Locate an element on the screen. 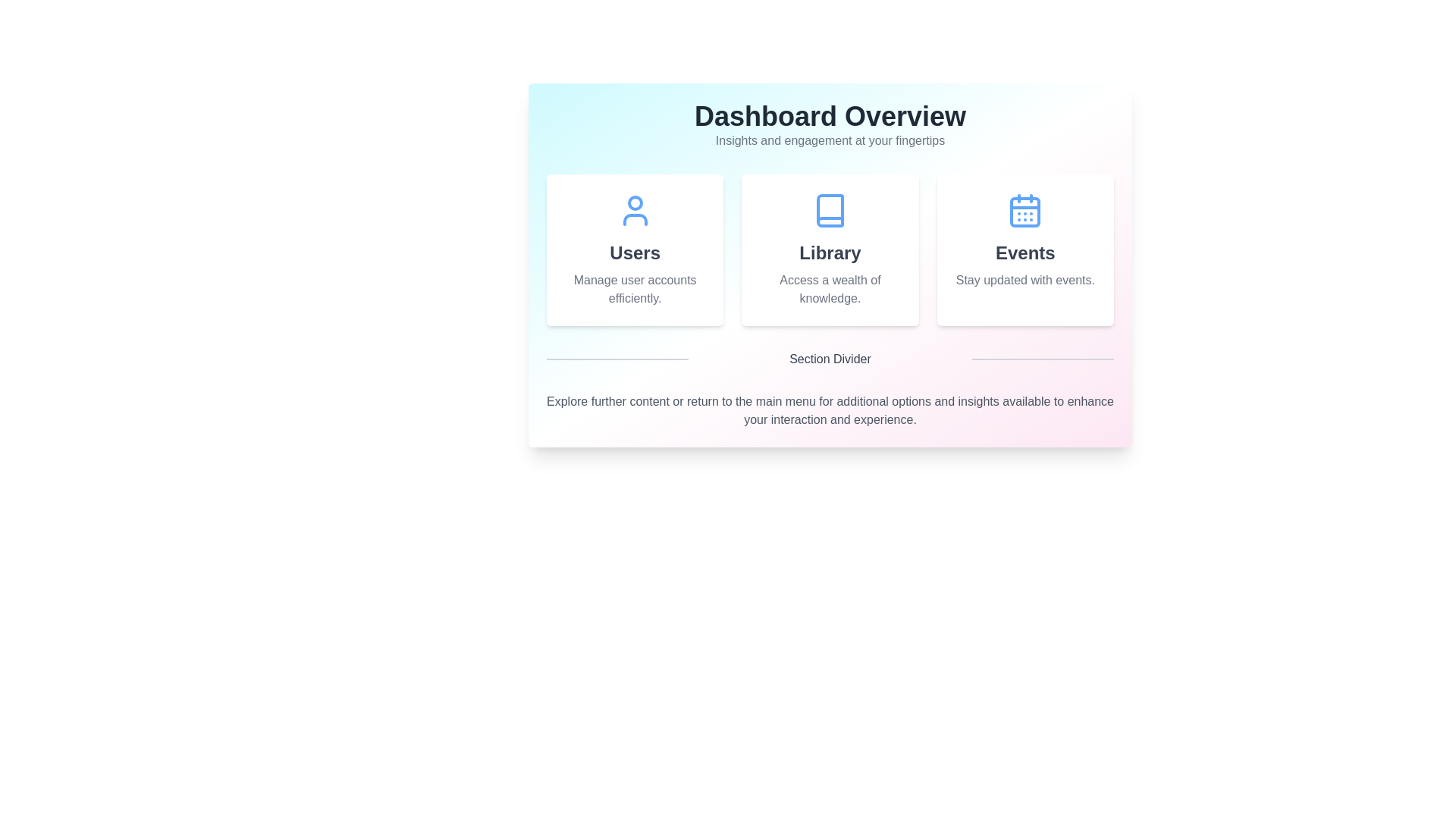 Image resolution: width=1456 pixels, height=819 pixels. the 'Events' icon located at the top center of the Events section is located at coordinates (1025, 210).